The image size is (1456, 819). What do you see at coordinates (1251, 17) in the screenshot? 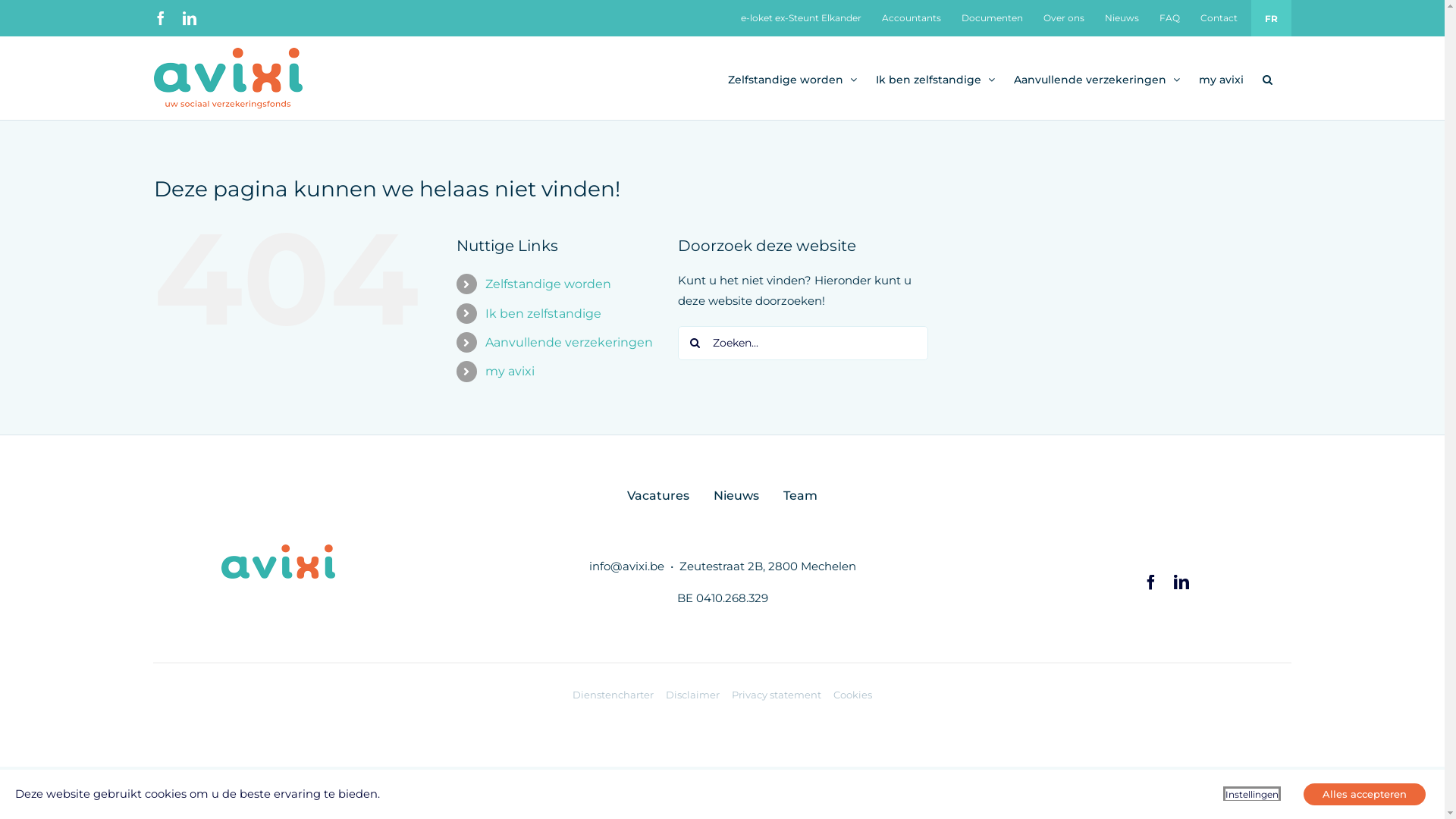
I see `'FR'` at bounding box center [1251, 17].